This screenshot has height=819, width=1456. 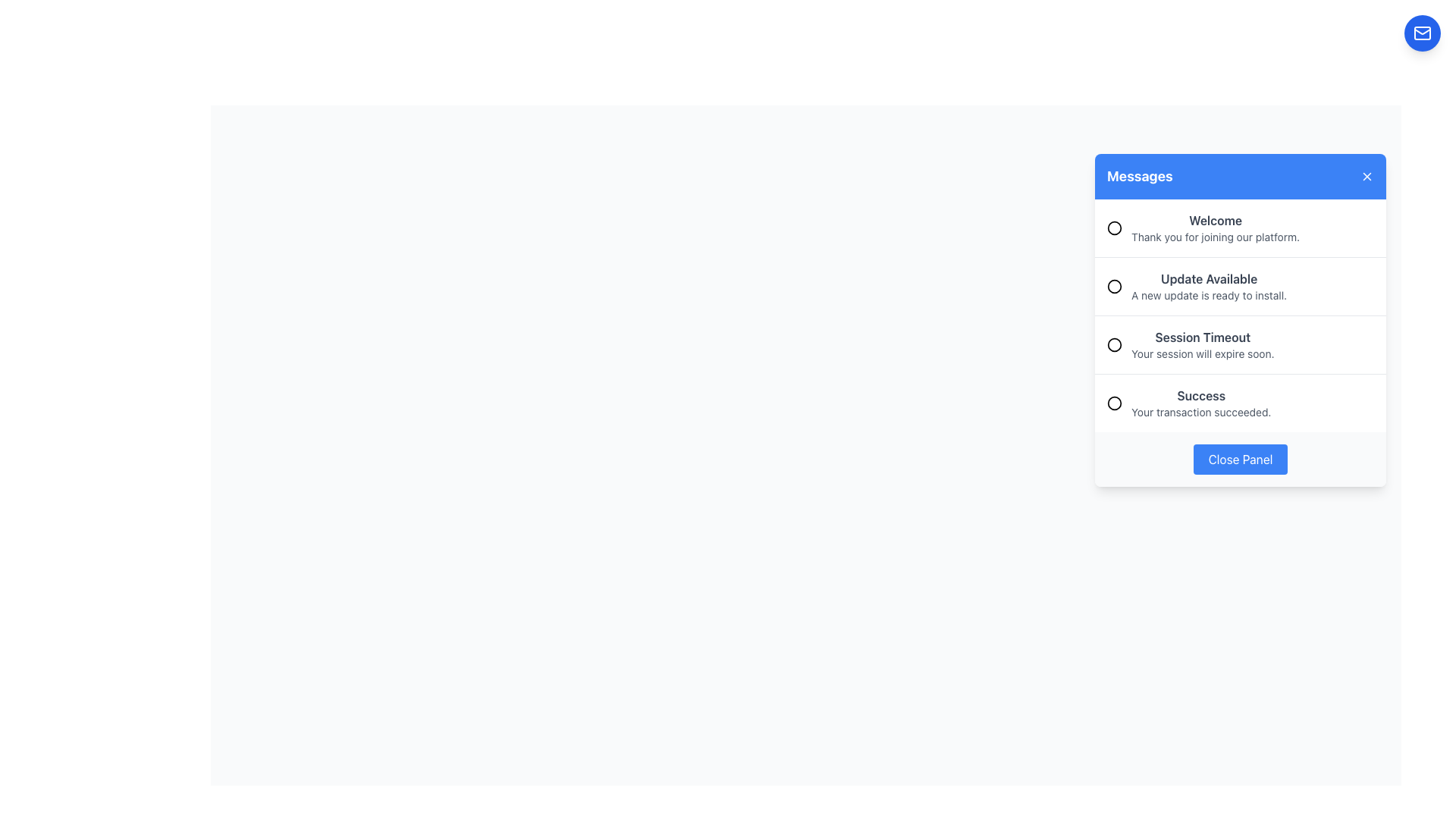 What do you see at coordinates (1422, 33) in the screenshot?
I see `the rectangular body of the email icon located in the top-right corner of the interface` at bounding box center [1422, 33].